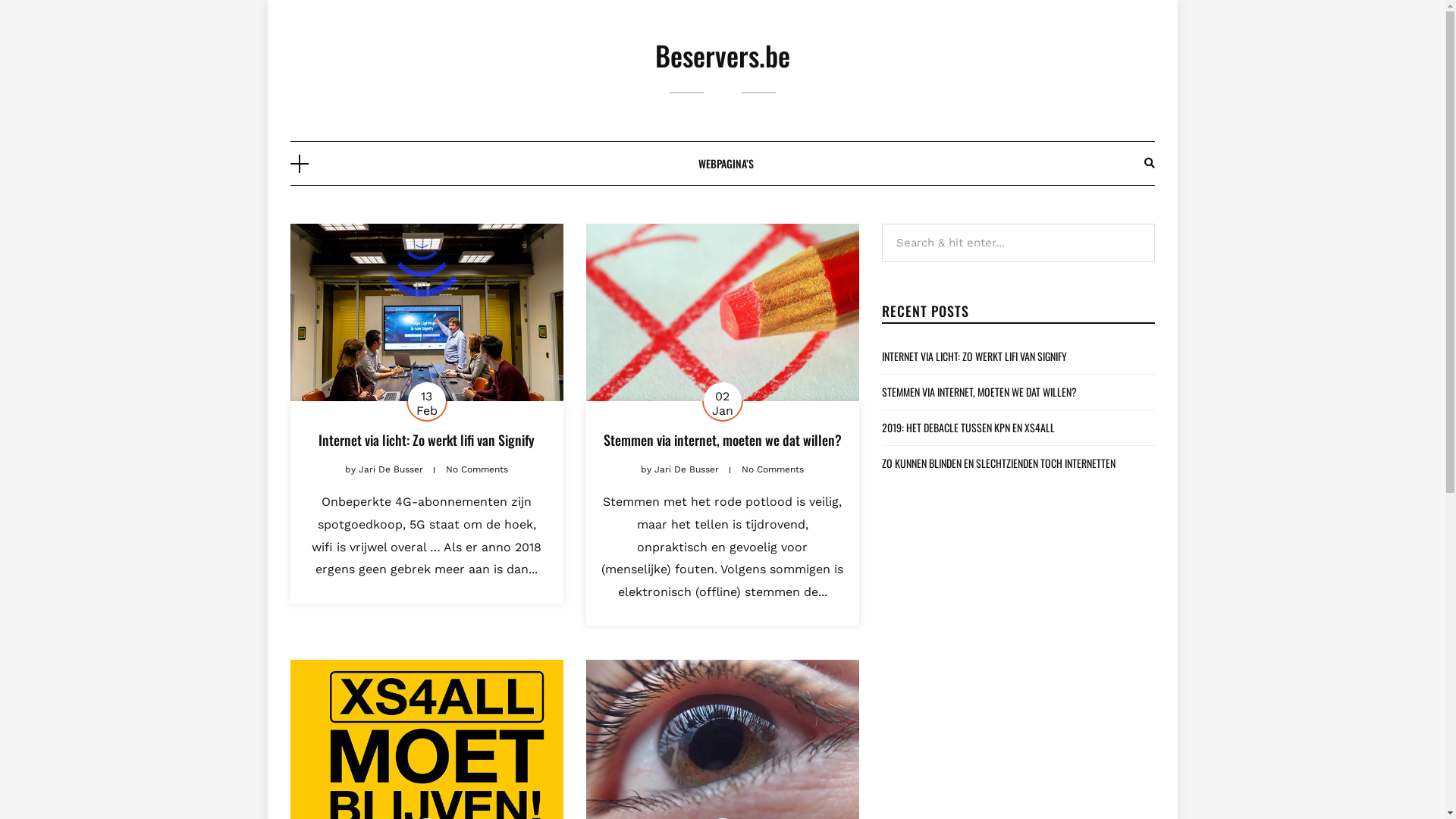  Describe the element at coordinates (425, 439) in the screenshot. I see `'Internet via licht: Zo werkt lifi van Signify'` at that location.